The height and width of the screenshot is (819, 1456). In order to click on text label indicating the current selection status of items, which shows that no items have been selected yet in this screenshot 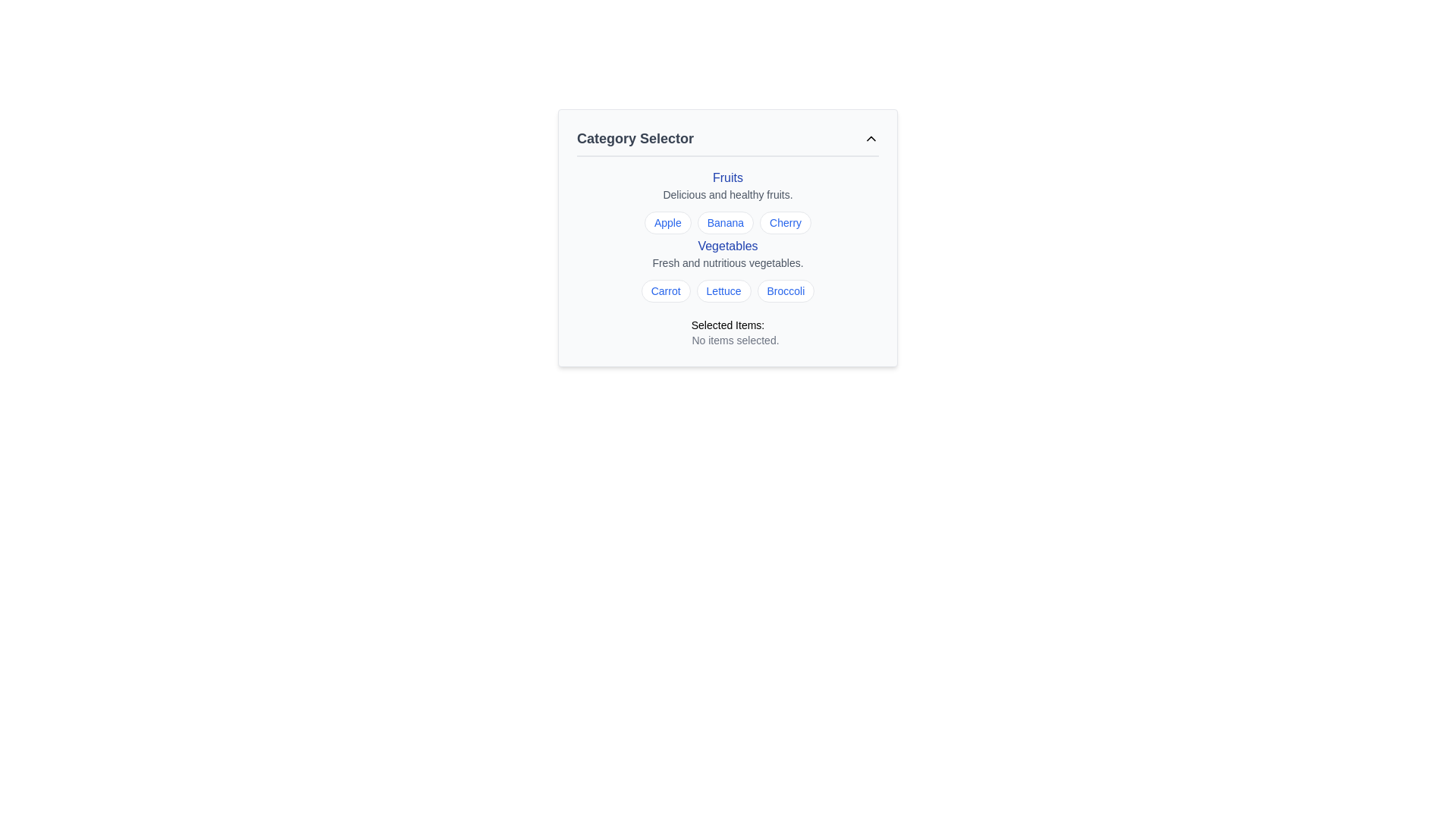, I will do `click(735, 339)`.